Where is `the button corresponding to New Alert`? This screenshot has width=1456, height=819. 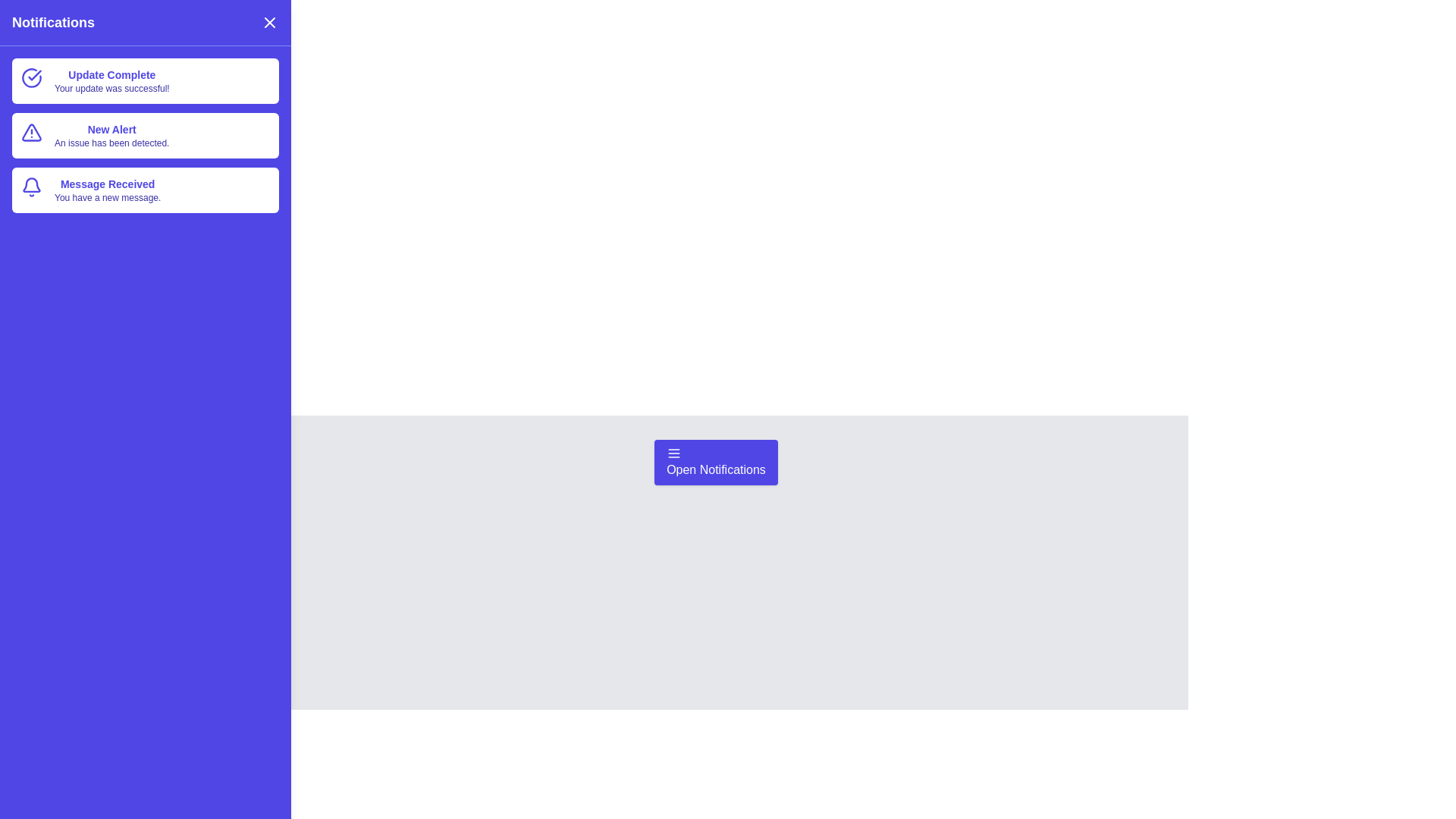
the button corresponding to New Alert is located at coordinates (146, 134).